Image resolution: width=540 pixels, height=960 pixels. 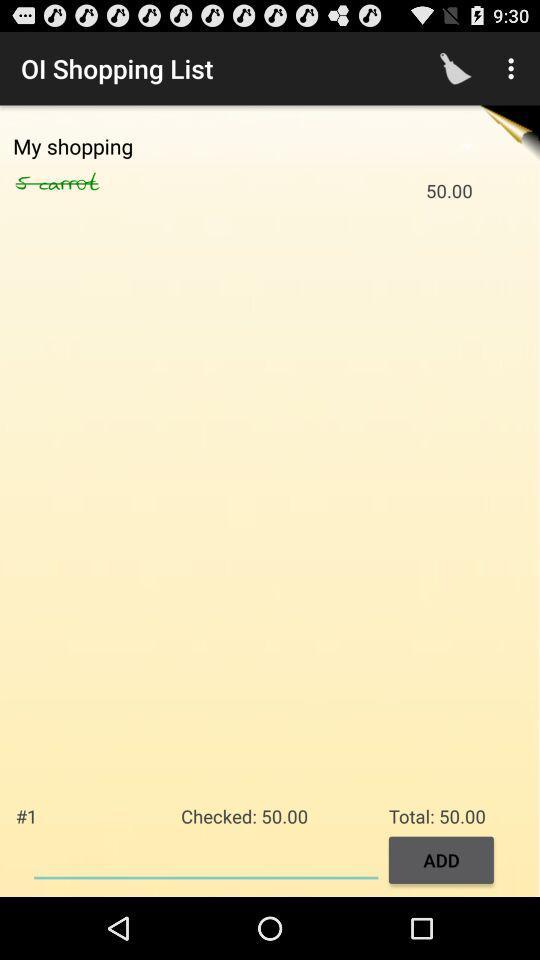 I want to click on item to the right of the oi shopping list app, so click(x=455, y=68).